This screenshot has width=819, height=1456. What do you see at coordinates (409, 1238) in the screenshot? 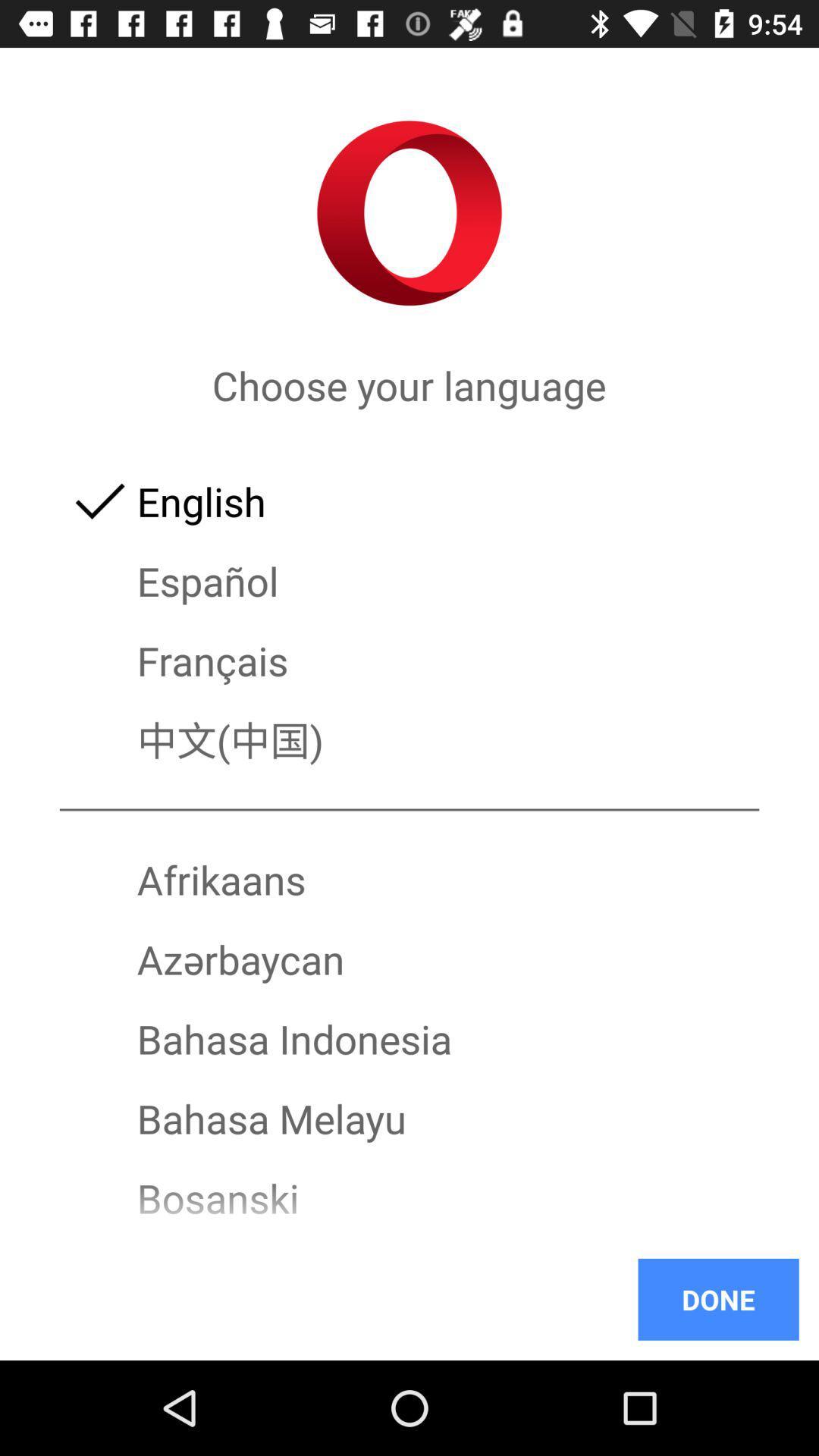
I see `icon below bosanski` at bounding box center [409, 1238].